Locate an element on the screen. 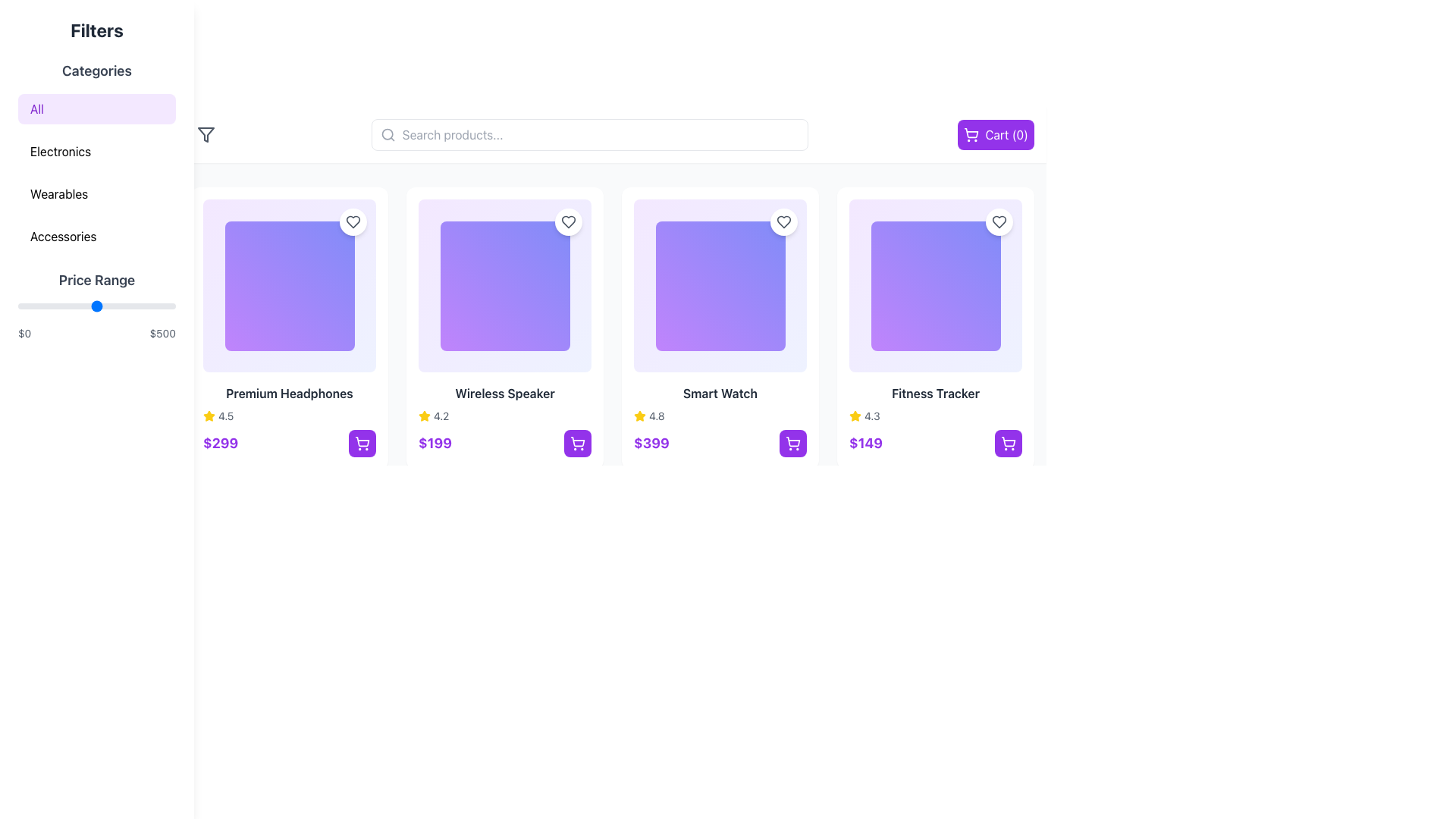 This screenshot has height=819, width=1456. the 'Categories' text header, which is bolded and styled in a darker gray, located at the top of the filtering sidebar above the 'All' button is located at coordinates (96, 71).